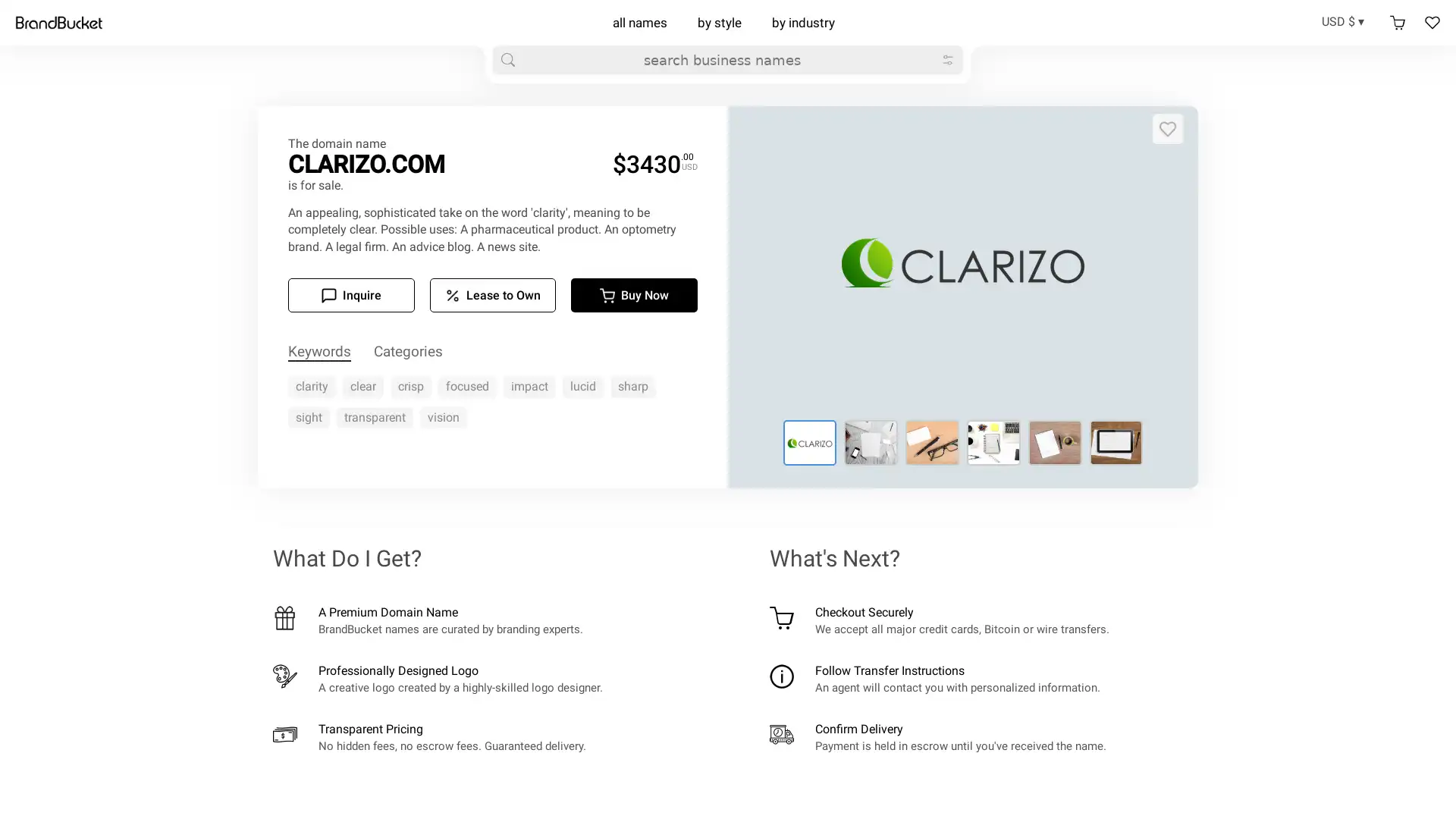  What do you see at coordinates (1116, 442) in the screenshot?
I see `Logo for clarizo.com` at bounding box center [1116, 442].